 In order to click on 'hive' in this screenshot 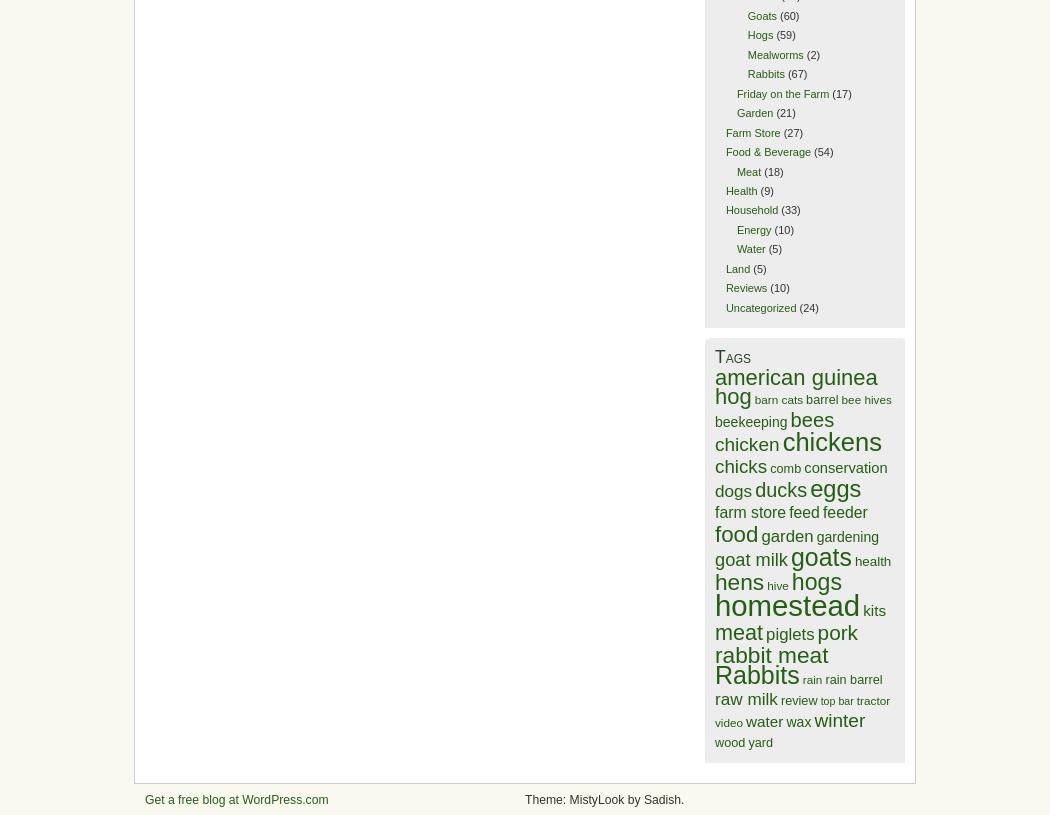, I will do `click(777, 583)`.